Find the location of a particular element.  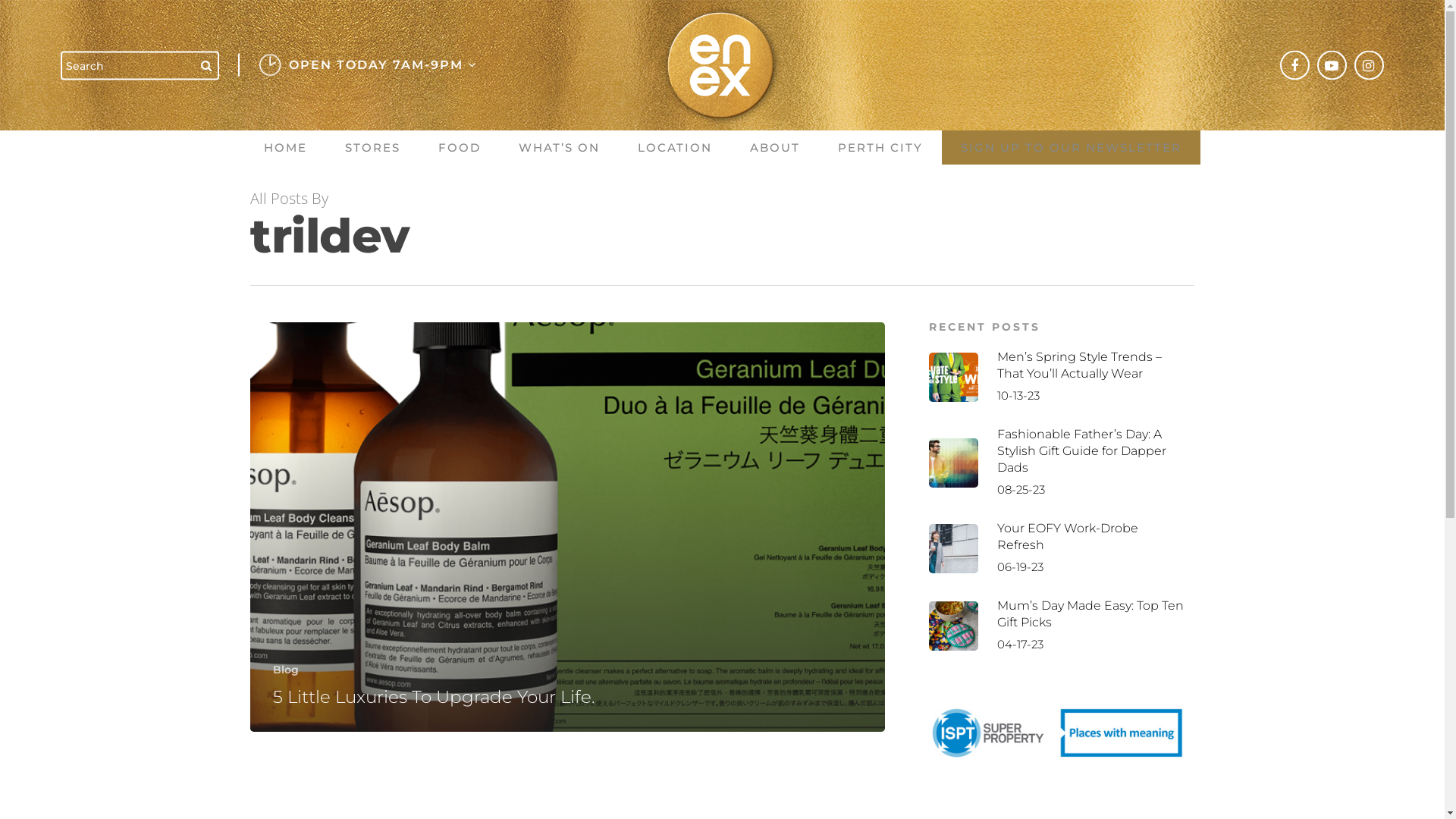

'Your EOFY Work-Drobe Refresh is located at coordinates (1058, 548).